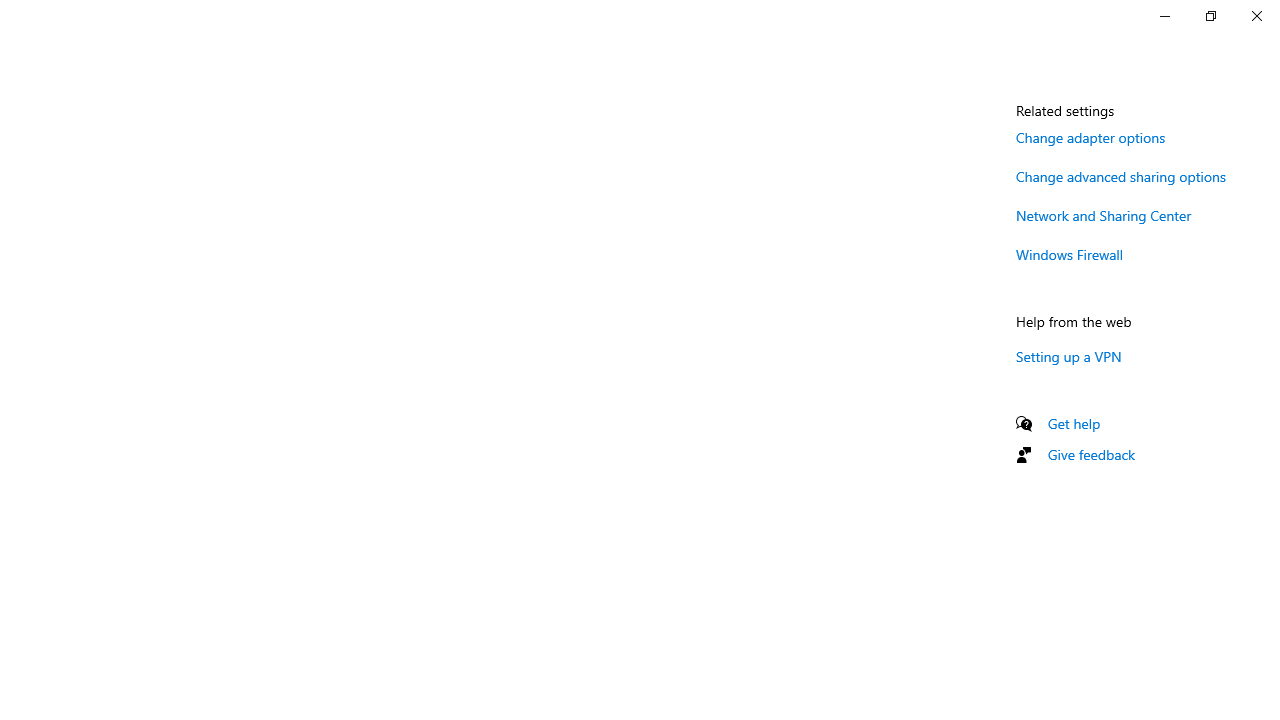 The image size is (1280, 720). I want to click on 'Network and Sharing Center', so click(1103, 215).